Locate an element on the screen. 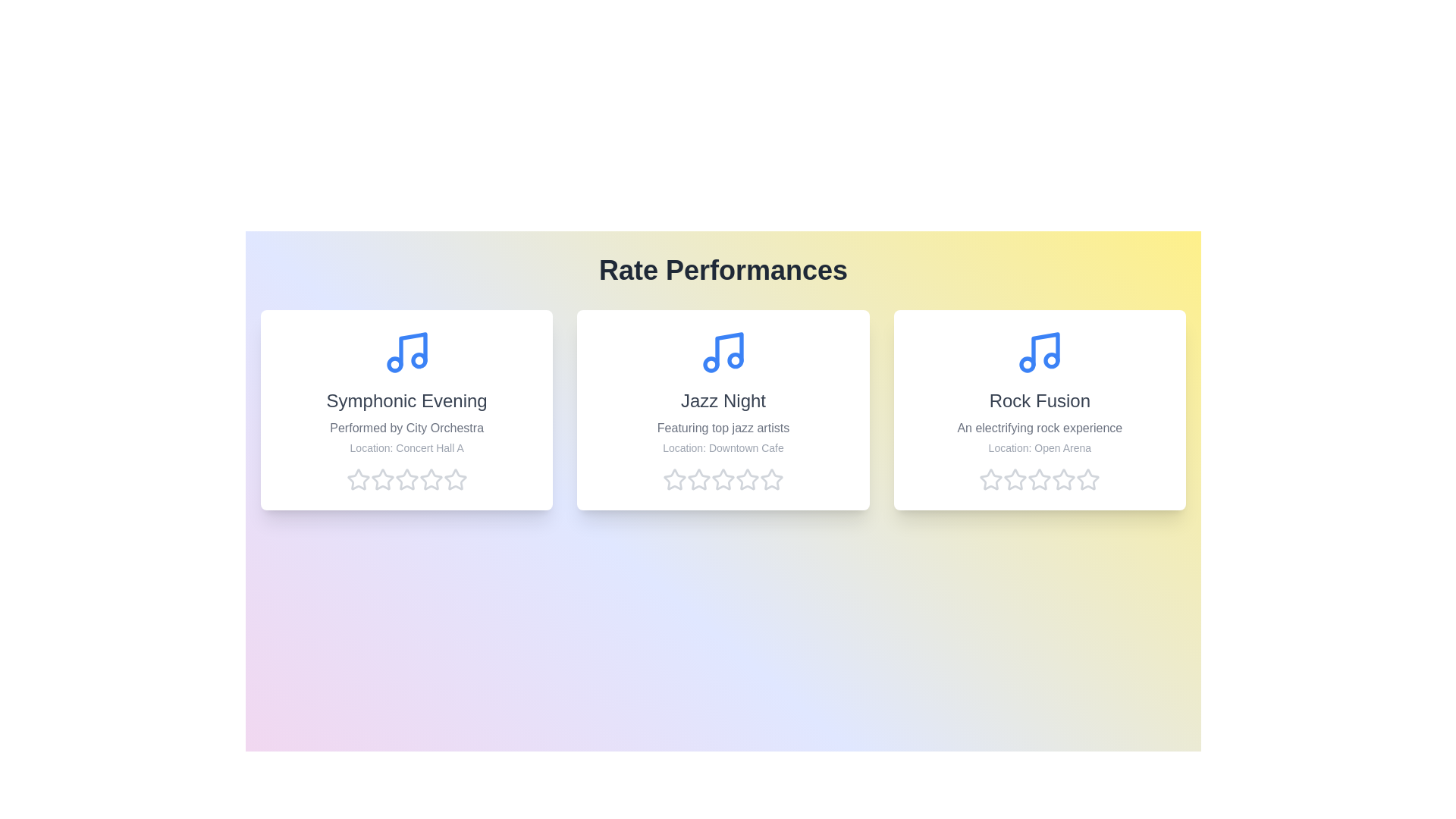  the performance card for Jazz Night to read its details is located at coordinates (723, 409).